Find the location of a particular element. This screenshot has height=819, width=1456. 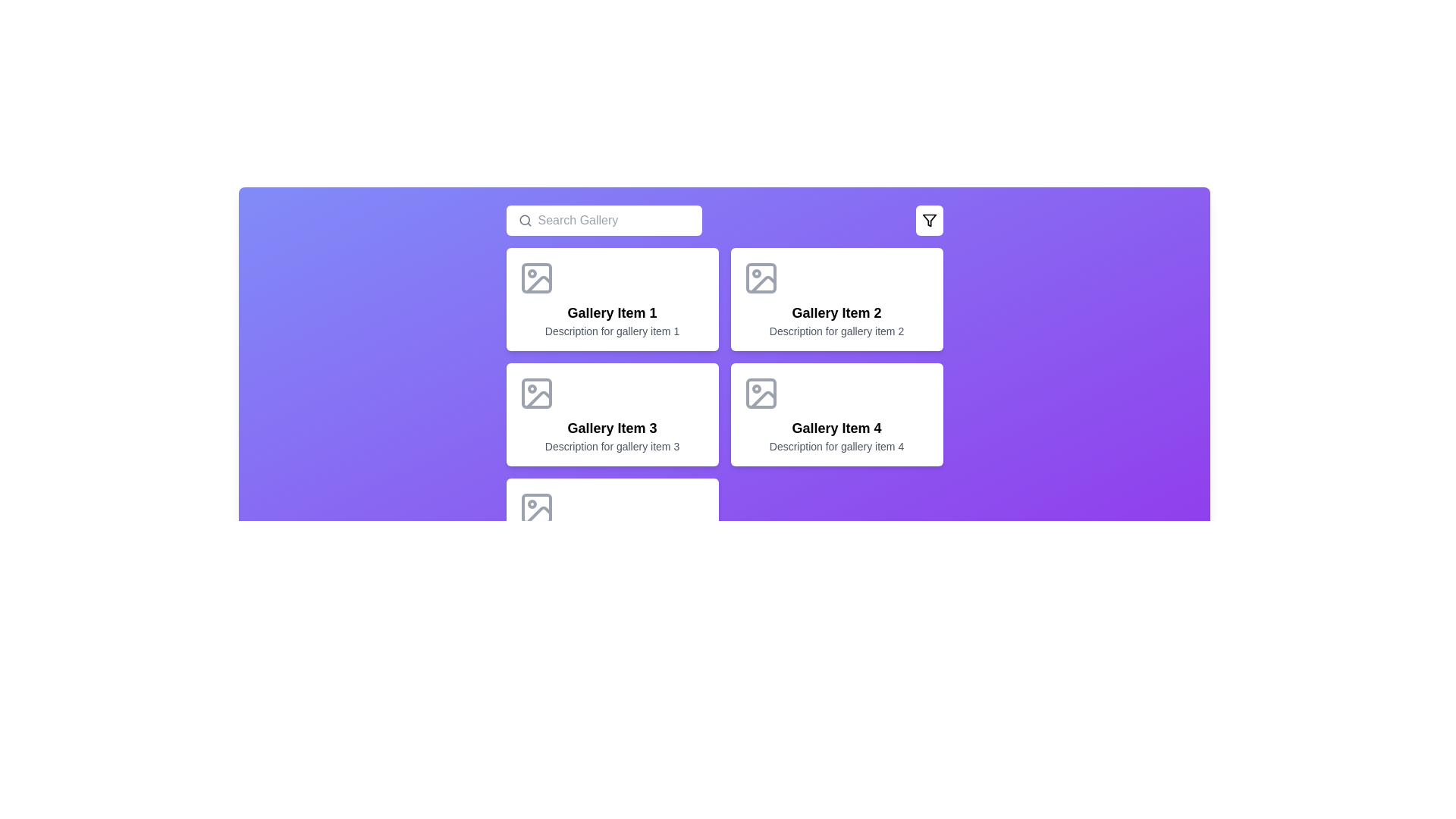

the second card in the gallery, located at the top-right of the grid, to visually highlight it is located at coordinates (836, 299).